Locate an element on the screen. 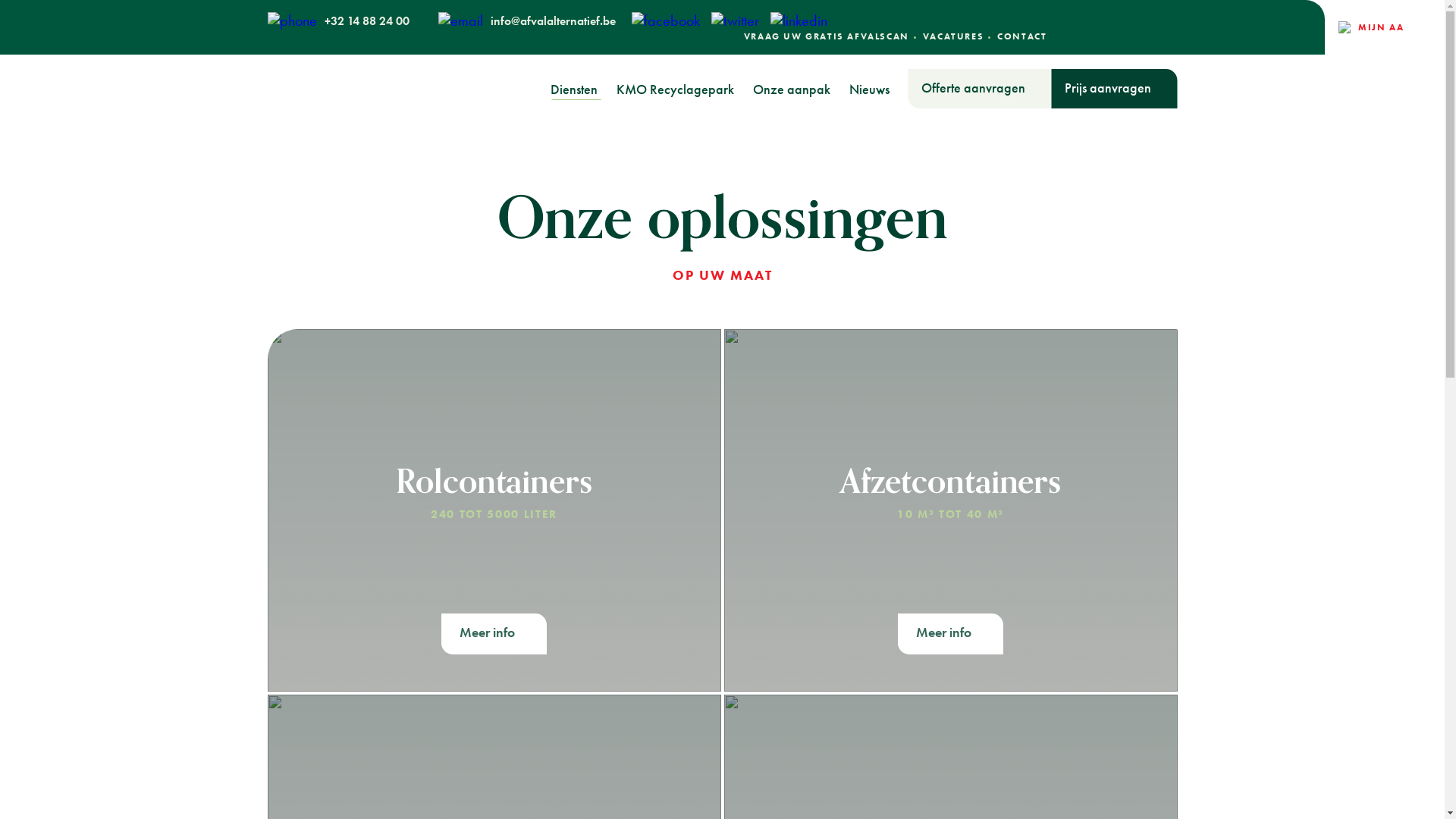 This screenshot has width=1456, height=819. 'Onze aanpak' is located at coordinates (789, 89).